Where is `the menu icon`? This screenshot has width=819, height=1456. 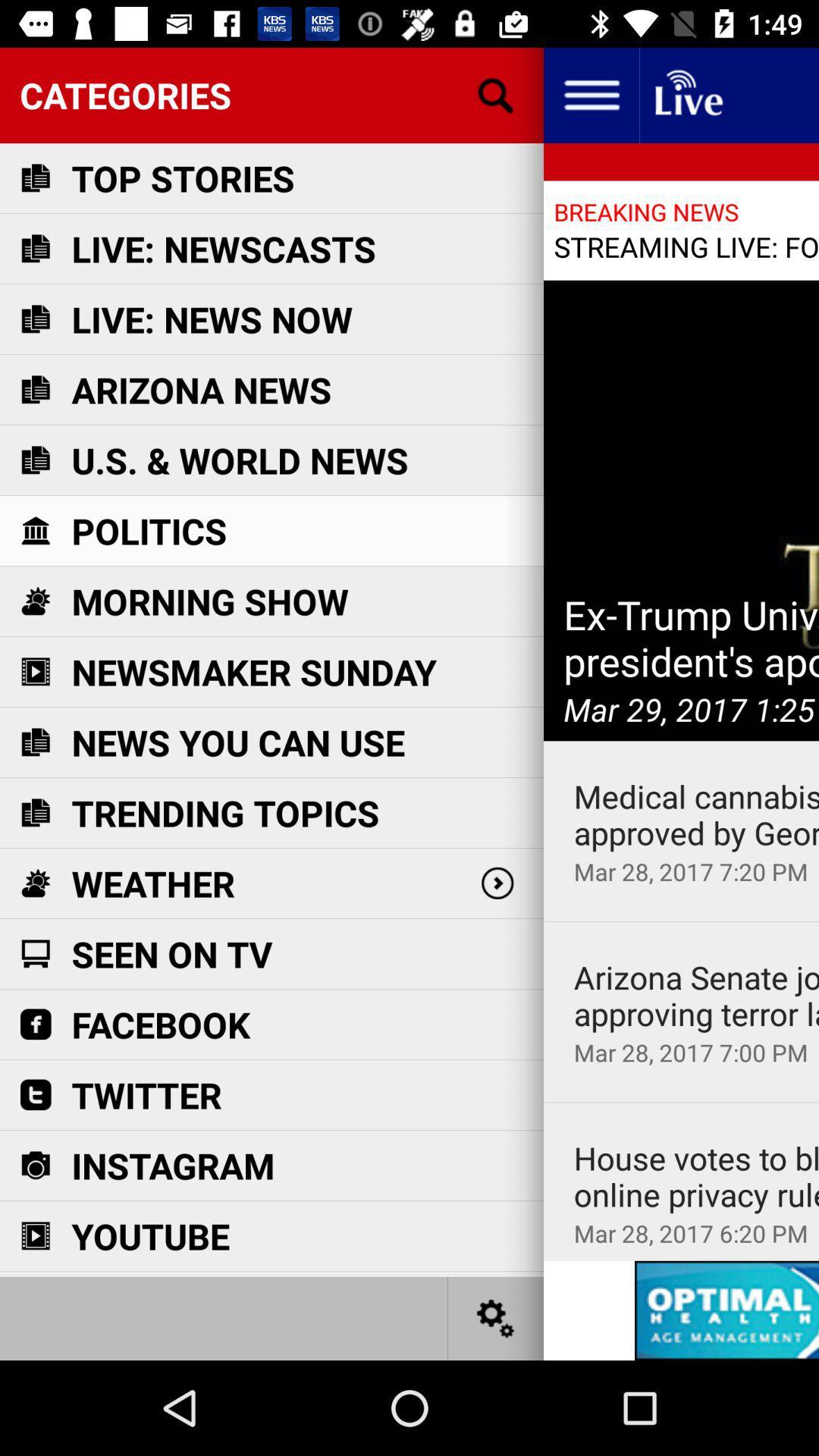 the menu icon is located at coordinates (590, 94).